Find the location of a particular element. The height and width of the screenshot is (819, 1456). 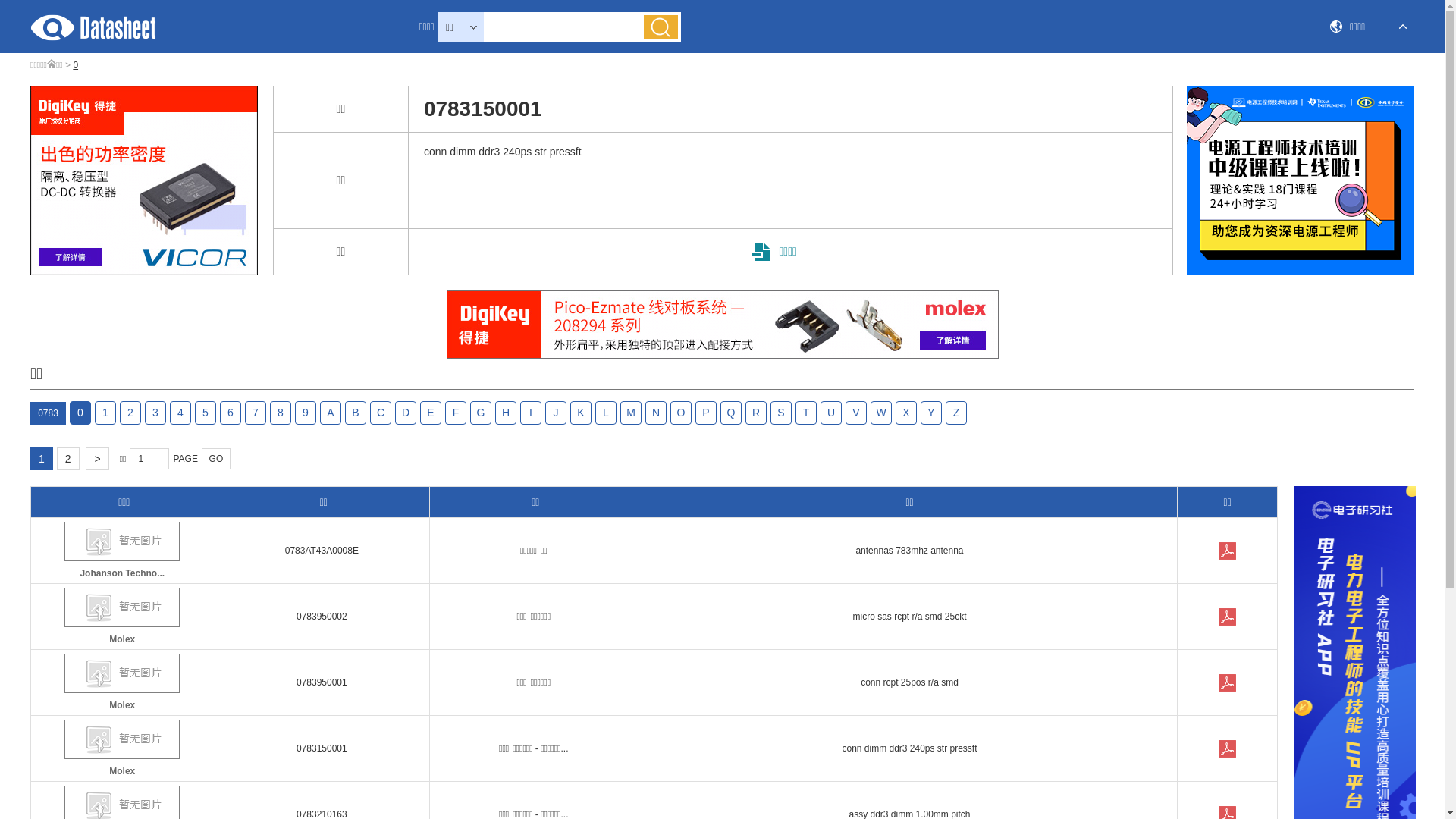

'Z' is located at coordinates (955, 413).